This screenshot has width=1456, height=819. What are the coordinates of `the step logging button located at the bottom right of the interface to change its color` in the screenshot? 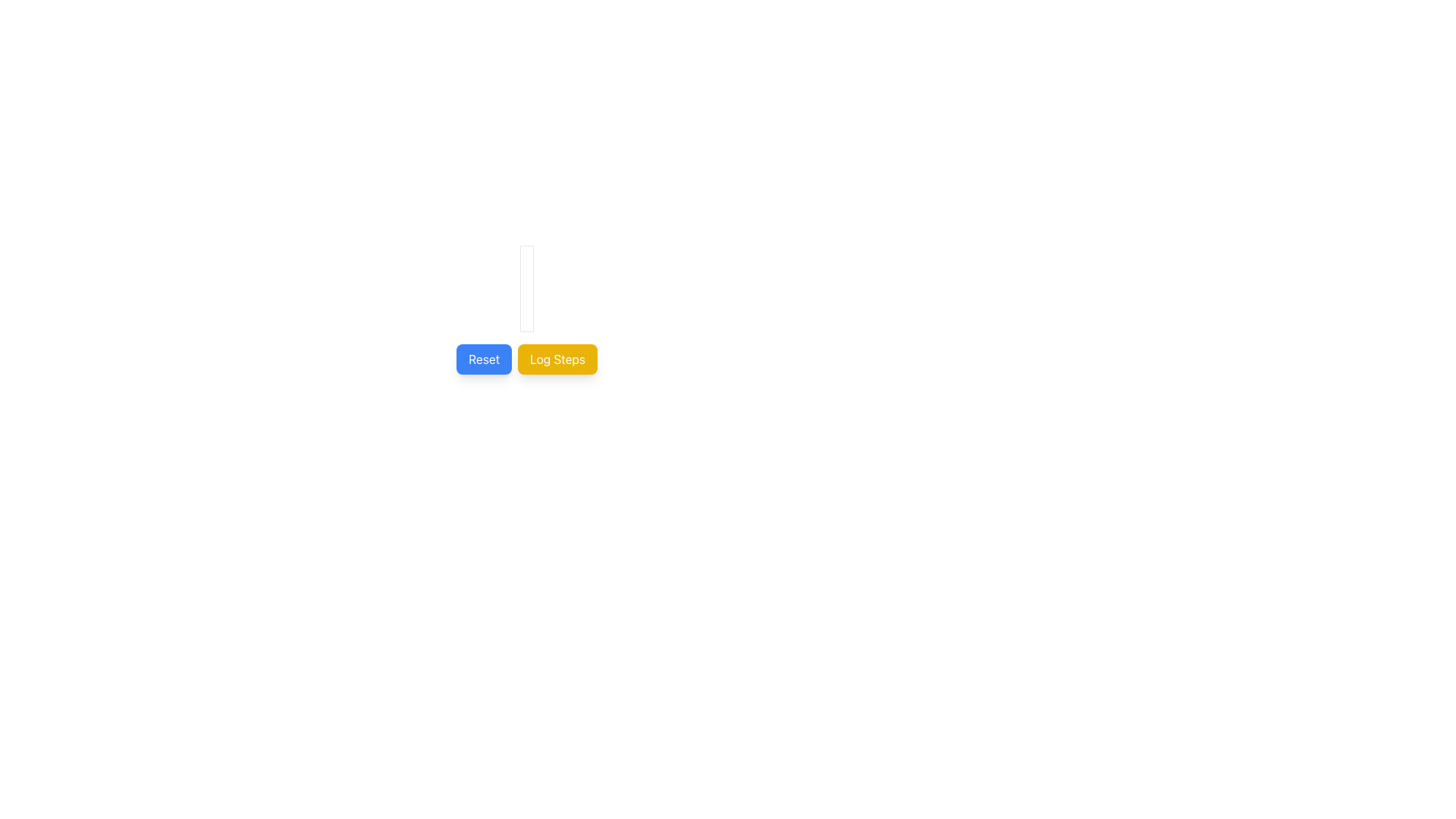 It's located at (557, 359).